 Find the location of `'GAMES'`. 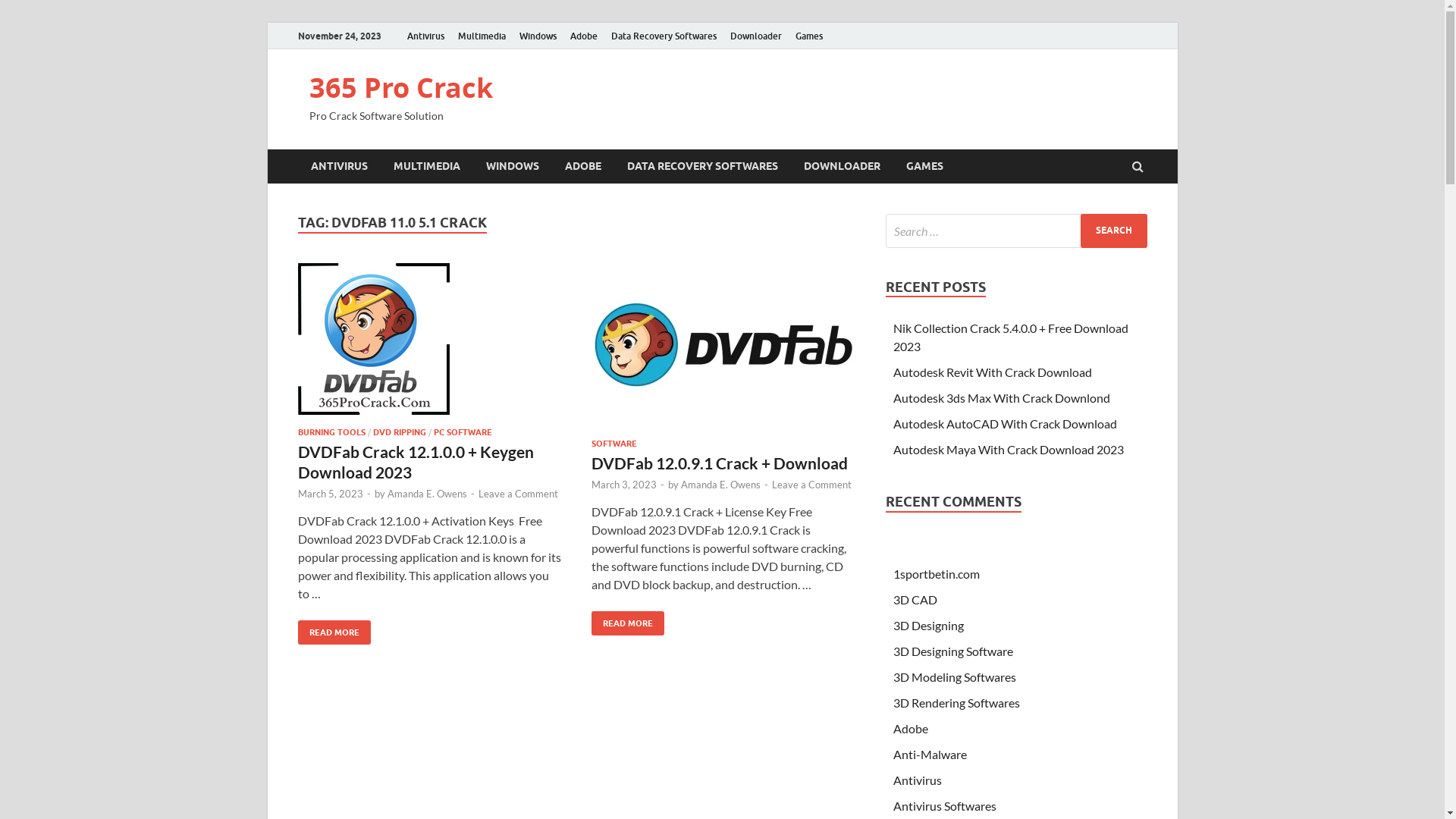

'GAMES' is located at coordinates (924, 166).